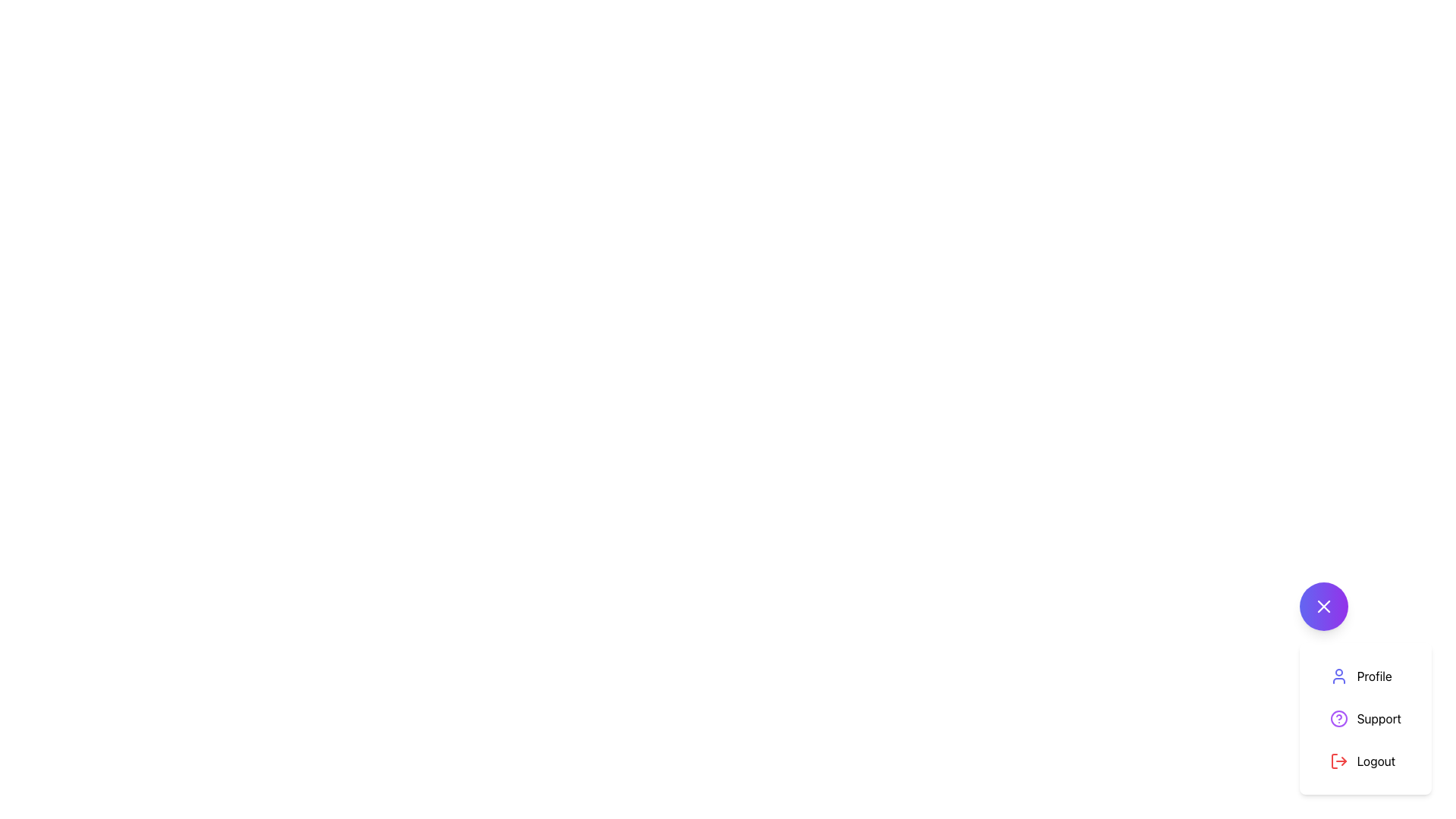 The height and width of the screenshot is (819, 1456). I want to click on the 'Support' text label in the contextual menu, so click(1379, 718).